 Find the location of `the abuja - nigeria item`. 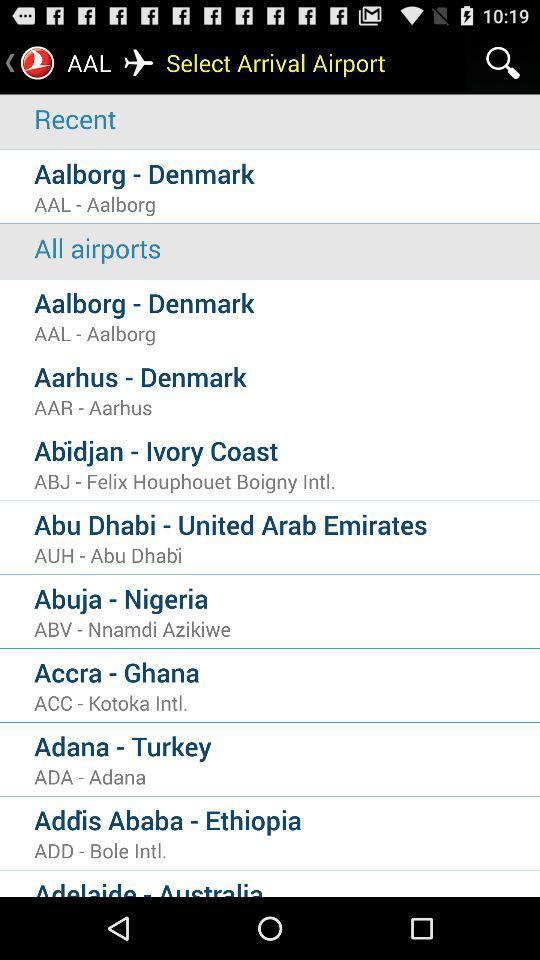

the abuja - nigeria item is located at coordinates (286, 598).